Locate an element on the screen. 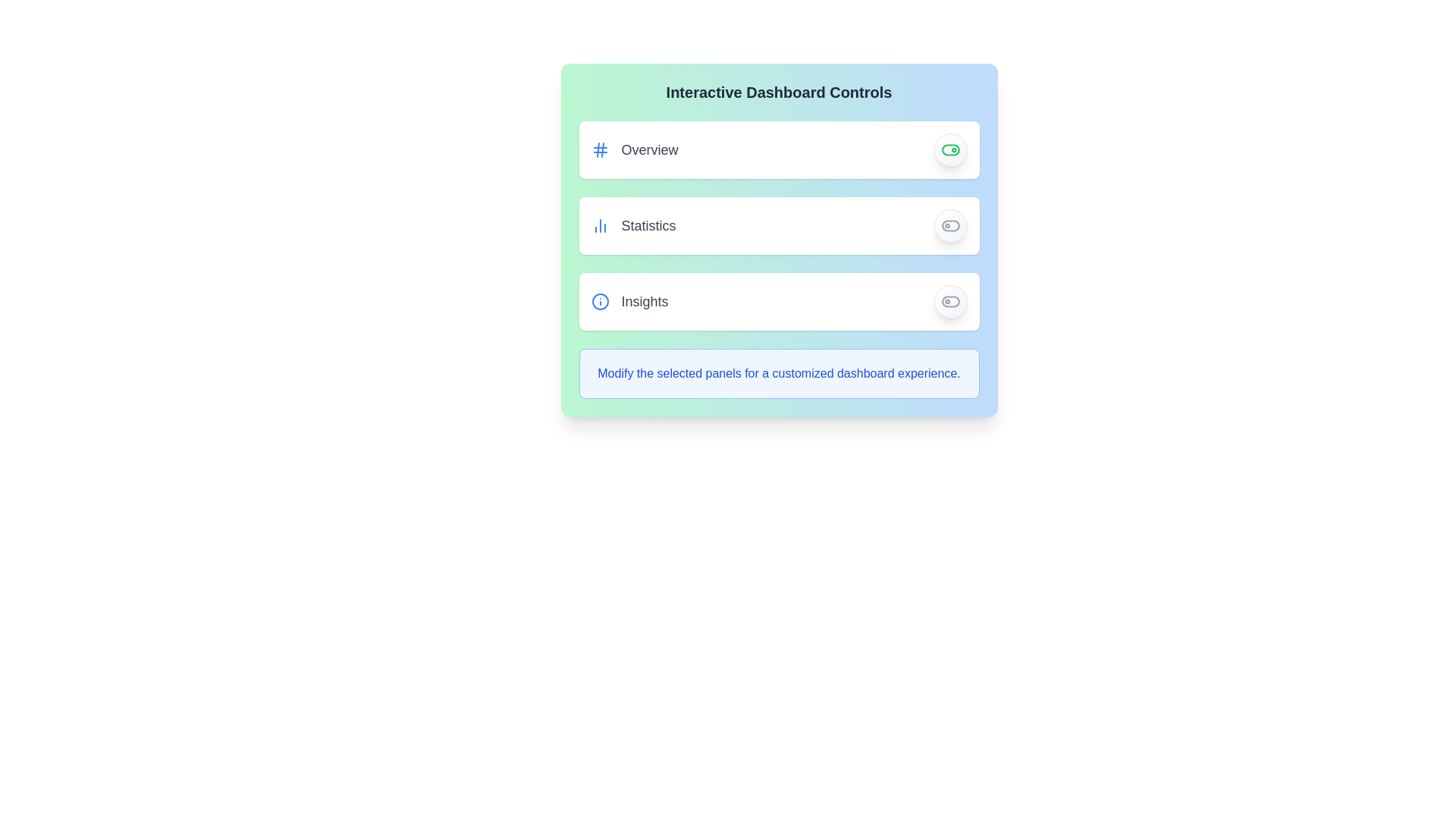 Image resolution: width=1456 pixels, height=819 pixels. the circular toggle button styled with a light gradient background and shadow effect located at the right end of the 'Insights' label is located at coordinates (949, 301).